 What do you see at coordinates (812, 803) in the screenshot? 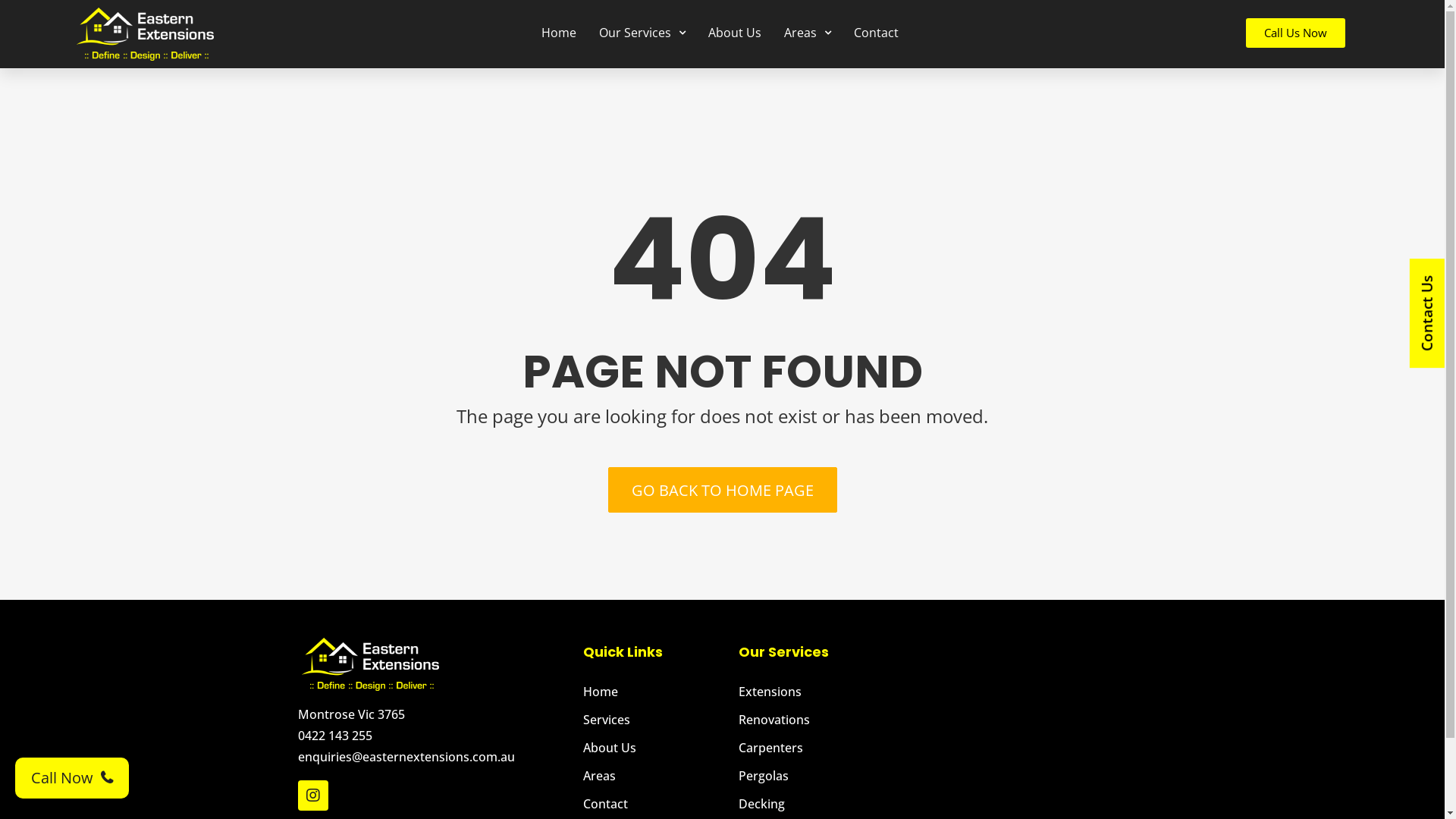
I see `'Decking'` at bounding box center [812, 803].